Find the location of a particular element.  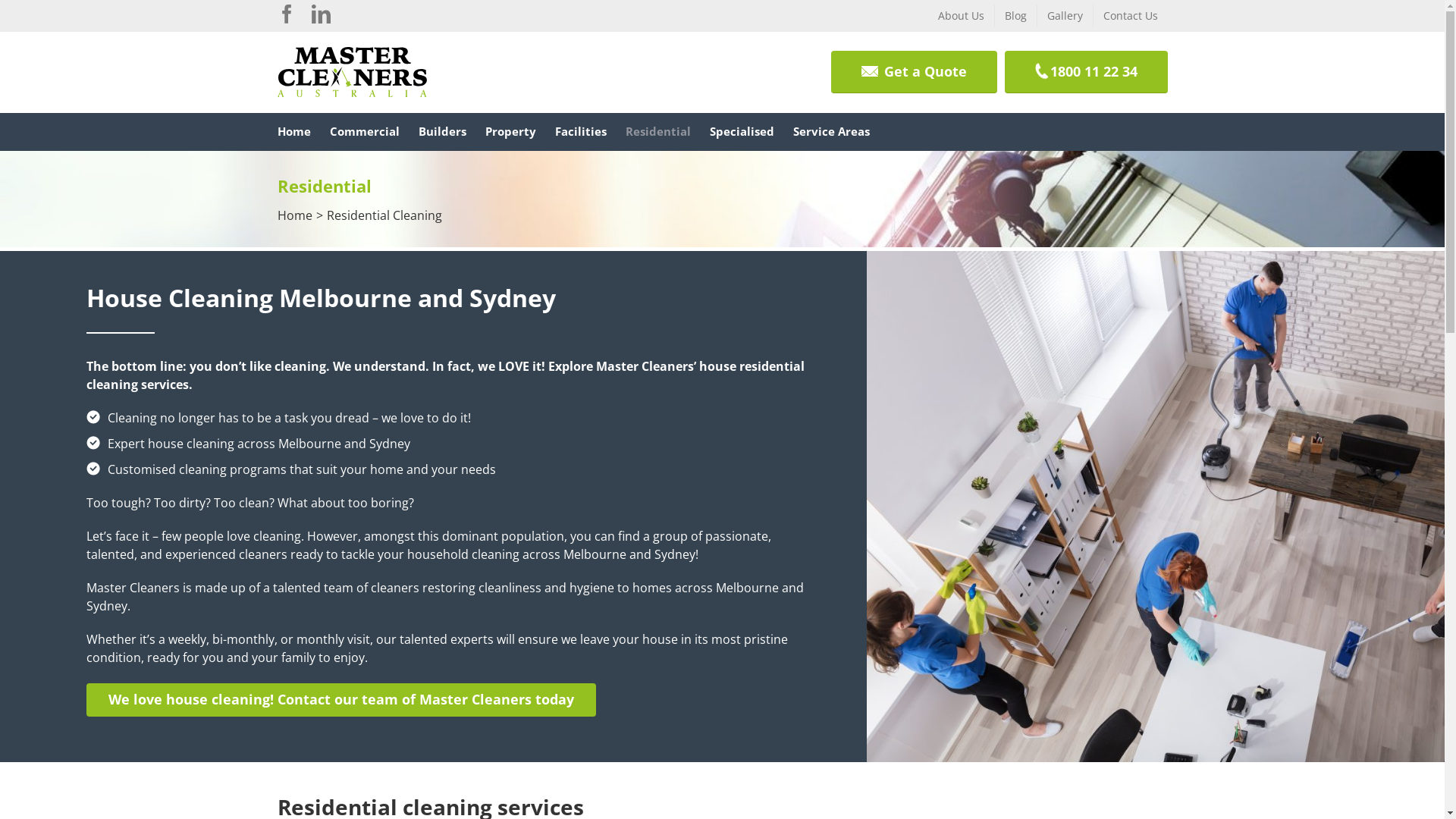

'Commercial' is located at coordinates (364, 130).